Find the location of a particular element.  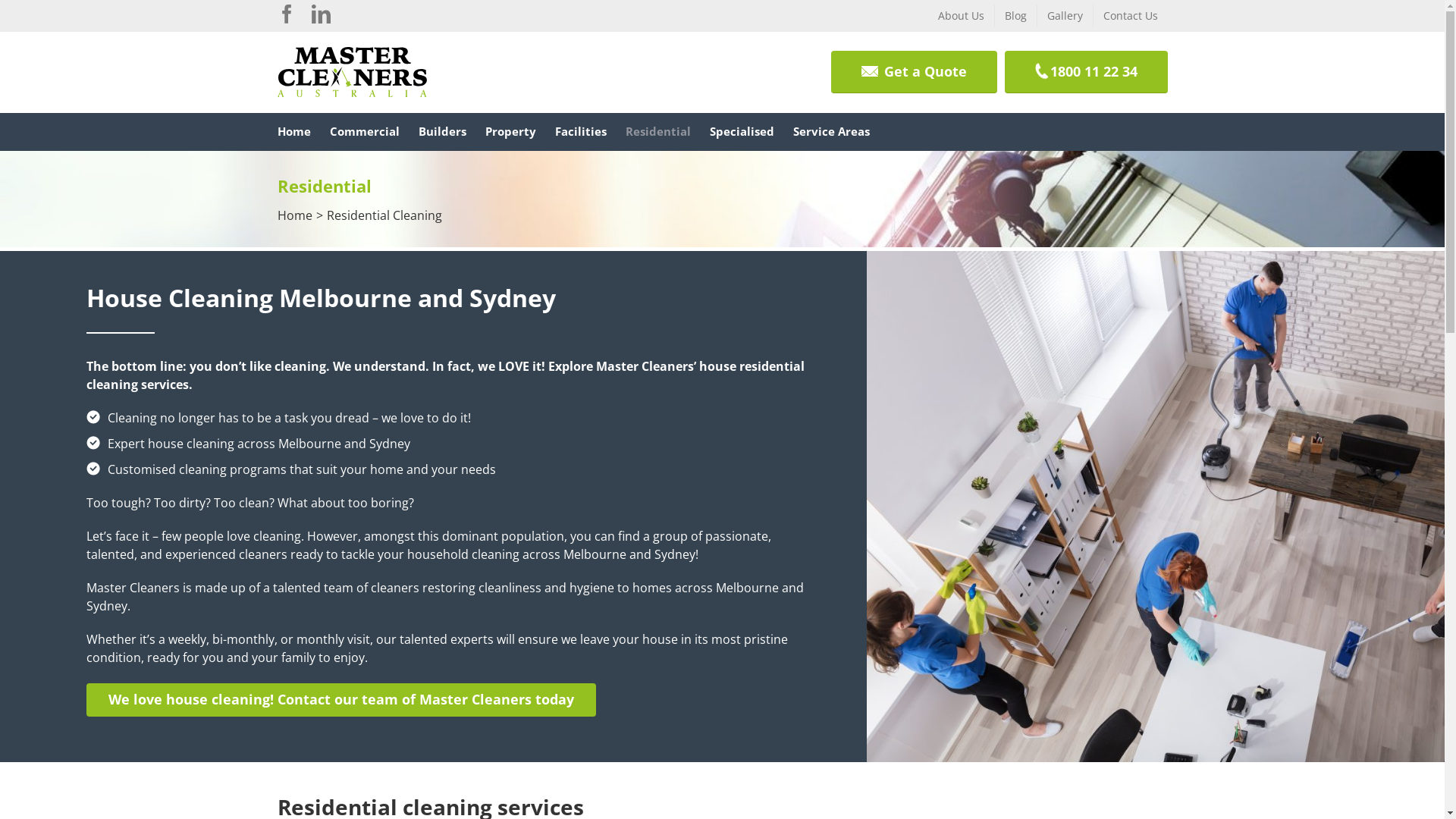

'Commercial' is located at coordinates (364, 130).